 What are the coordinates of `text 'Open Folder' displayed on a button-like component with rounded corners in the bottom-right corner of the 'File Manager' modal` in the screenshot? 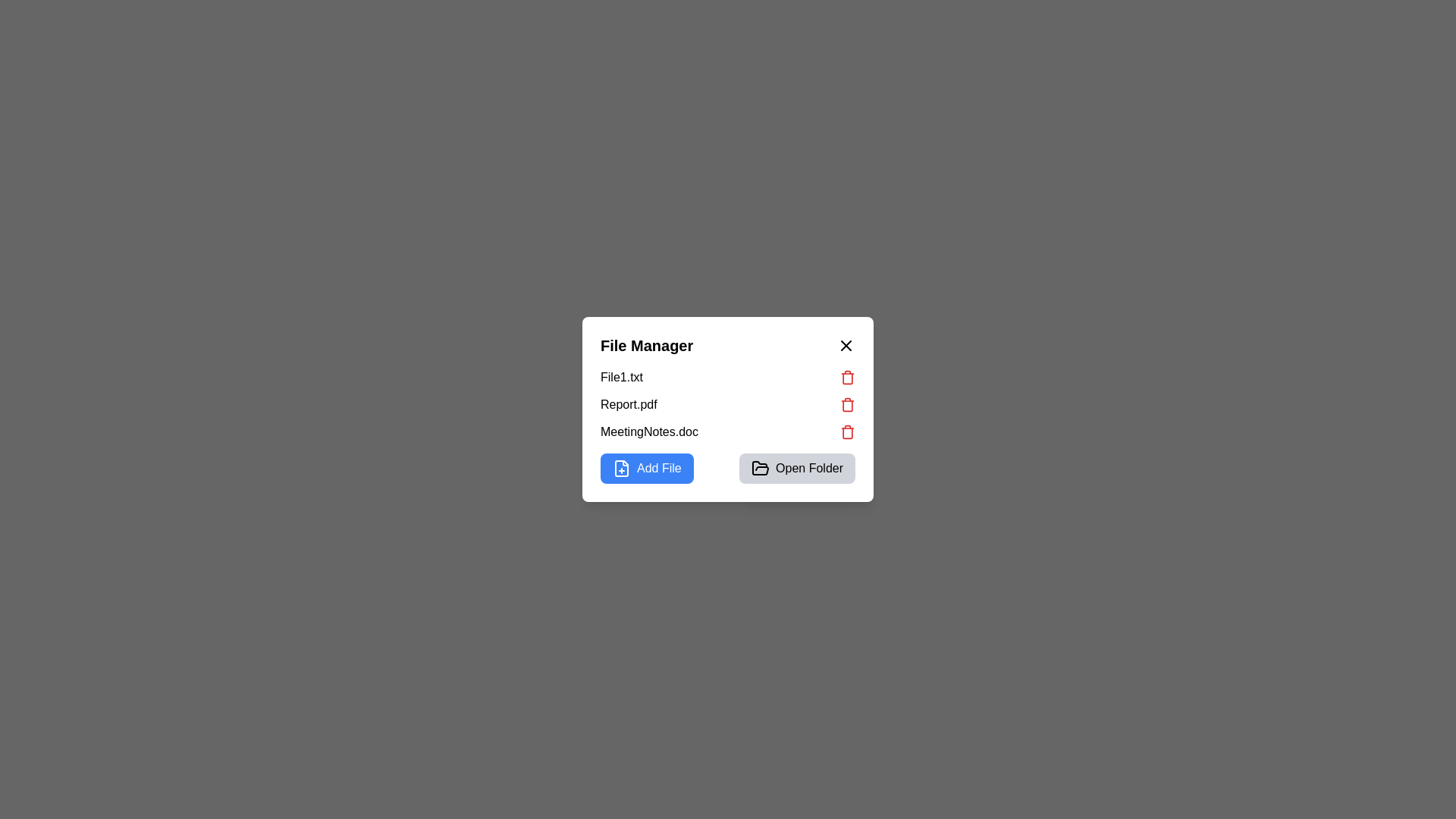 It's located at (808, 467).